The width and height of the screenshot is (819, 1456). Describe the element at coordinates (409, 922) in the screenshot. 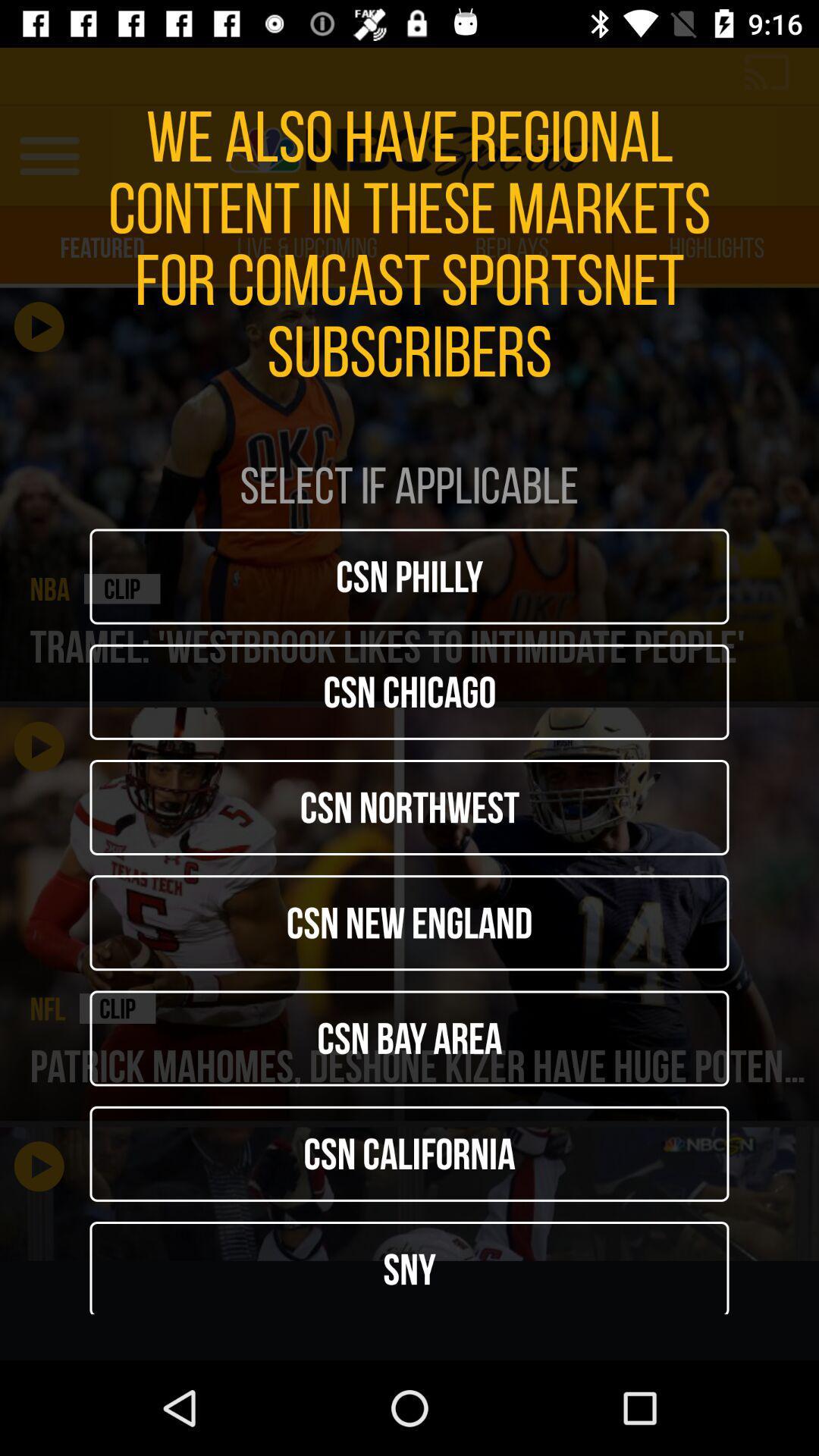

I see `icon above the csn bay area icon` at that location.